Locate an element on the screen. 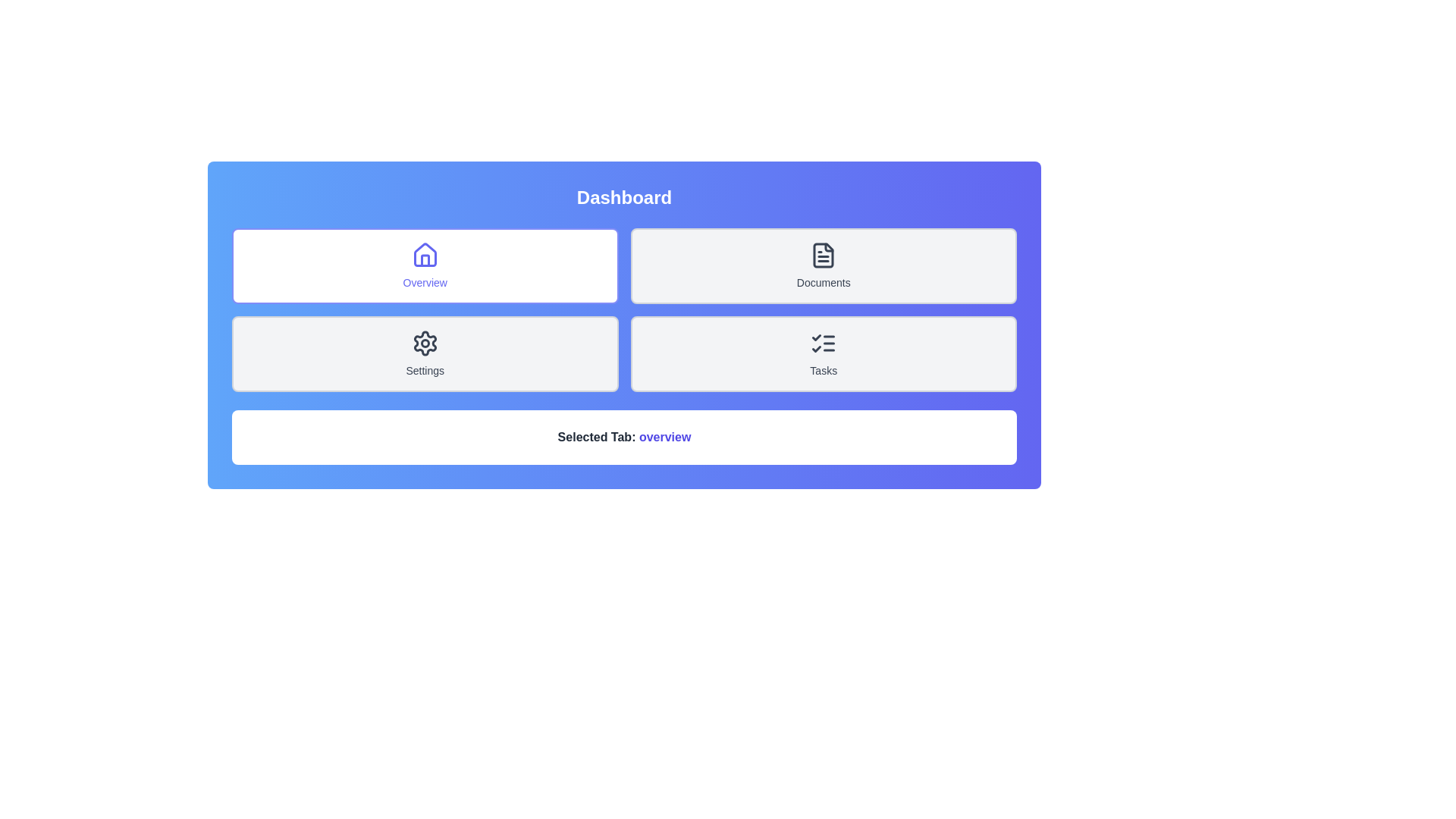 The width and height of the screenshot is (1456, 819). the document icon located in the second row, first column of the dashboard grid layout is located at coordinates (823, 254).